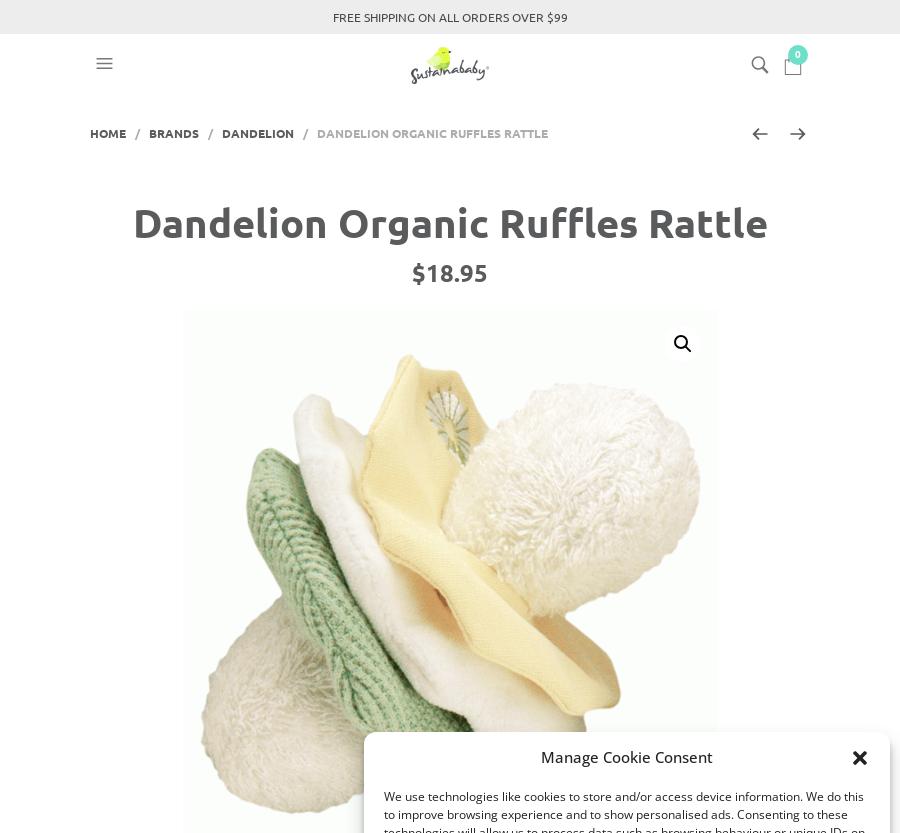  Describe the element at coordinates (449, 16) in the screenshot. I see `'FREE SHIPPING ON ALL ORDERS OVER $99'` at that location.